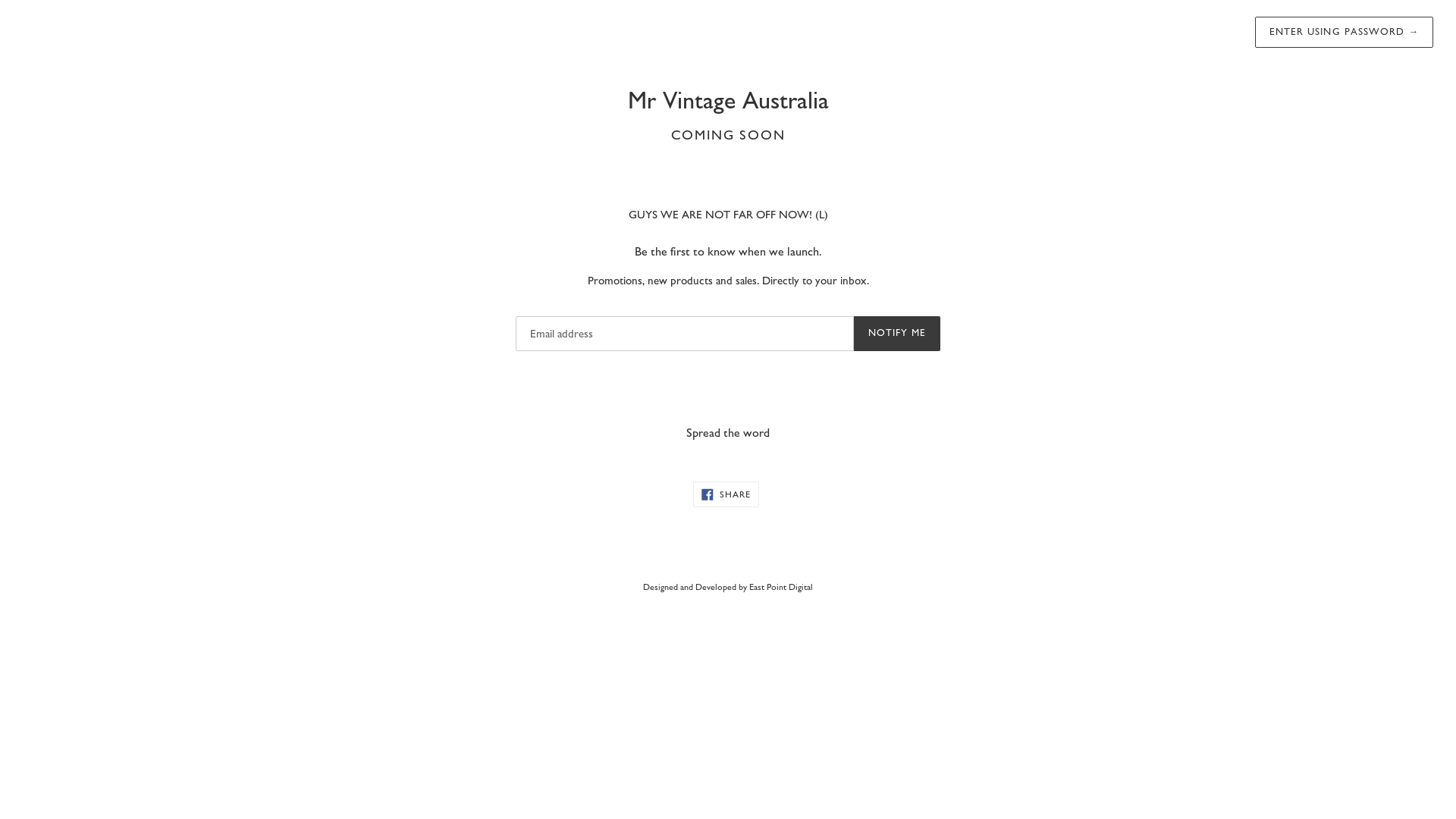  Describe the element at coordinates (725, 494) in the screenshot. I see `'SHARE` at that location.